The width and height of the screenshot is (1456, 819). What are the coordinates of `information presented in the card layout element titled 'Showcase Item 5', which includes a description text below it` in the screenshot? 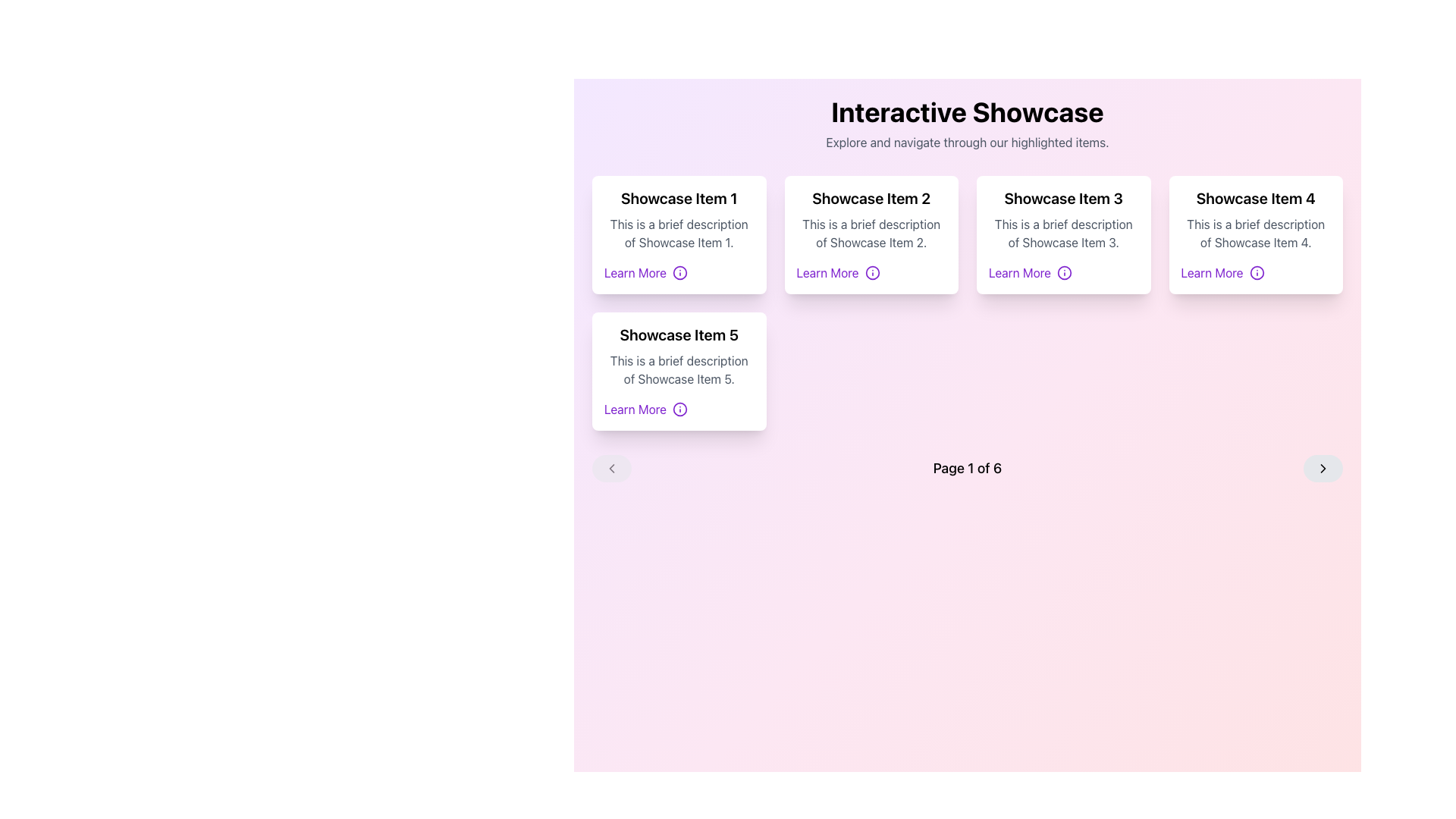 It's located at (678, 356).